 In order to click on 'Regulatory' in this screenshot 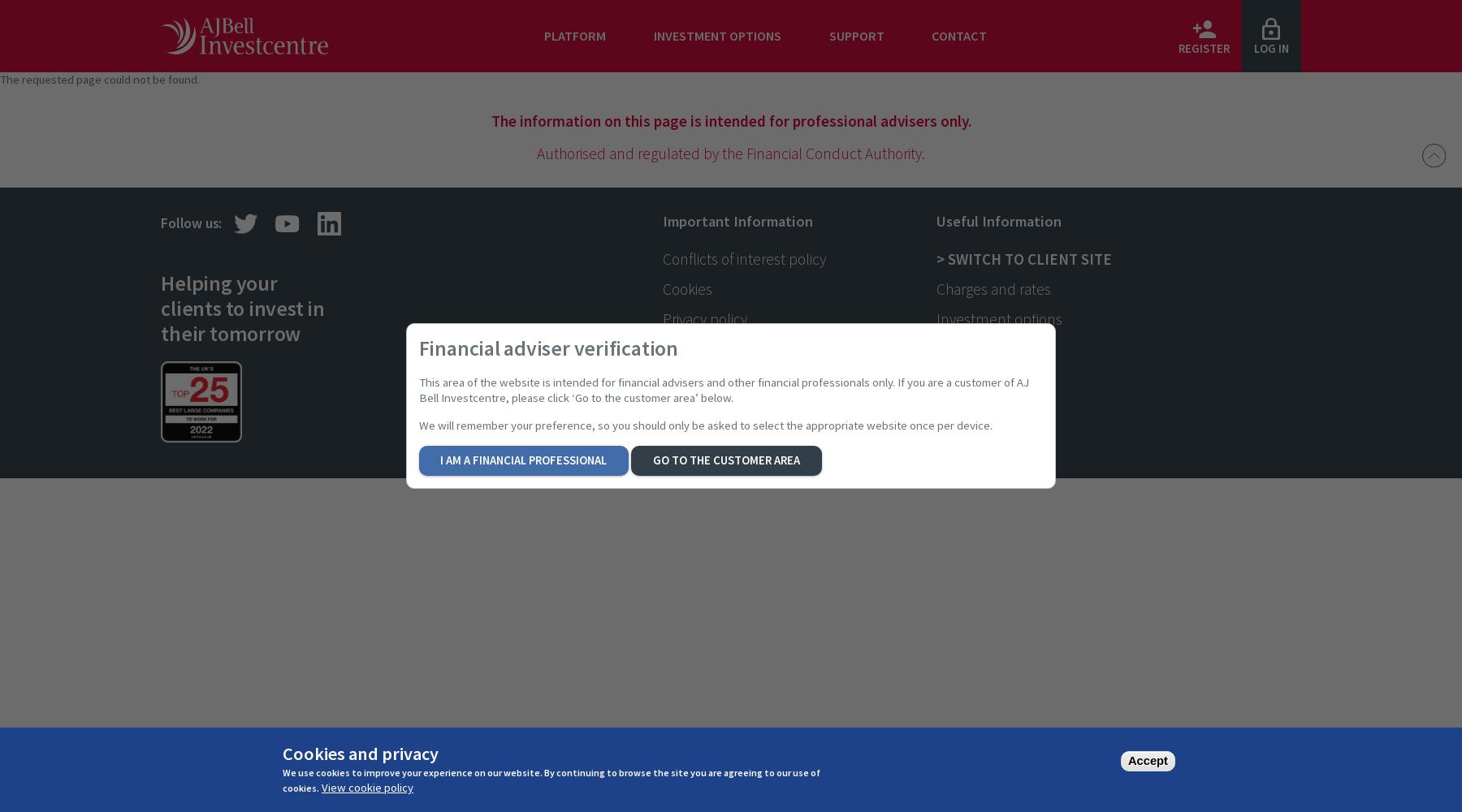, I will do `click(662, 348)`.